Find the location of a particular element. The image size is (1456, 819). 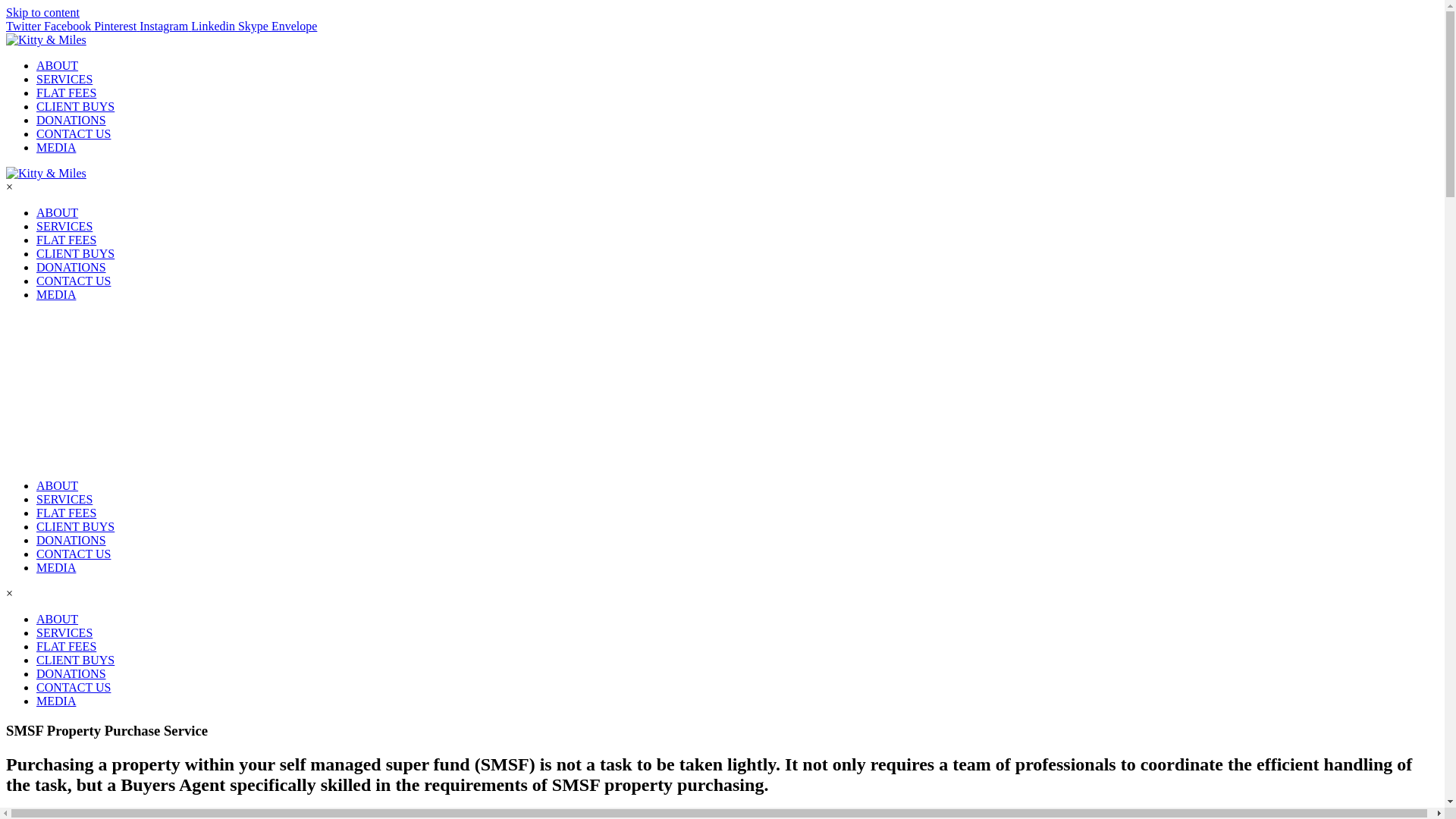

'DONATIONS' is located at coordinates (71, 673).